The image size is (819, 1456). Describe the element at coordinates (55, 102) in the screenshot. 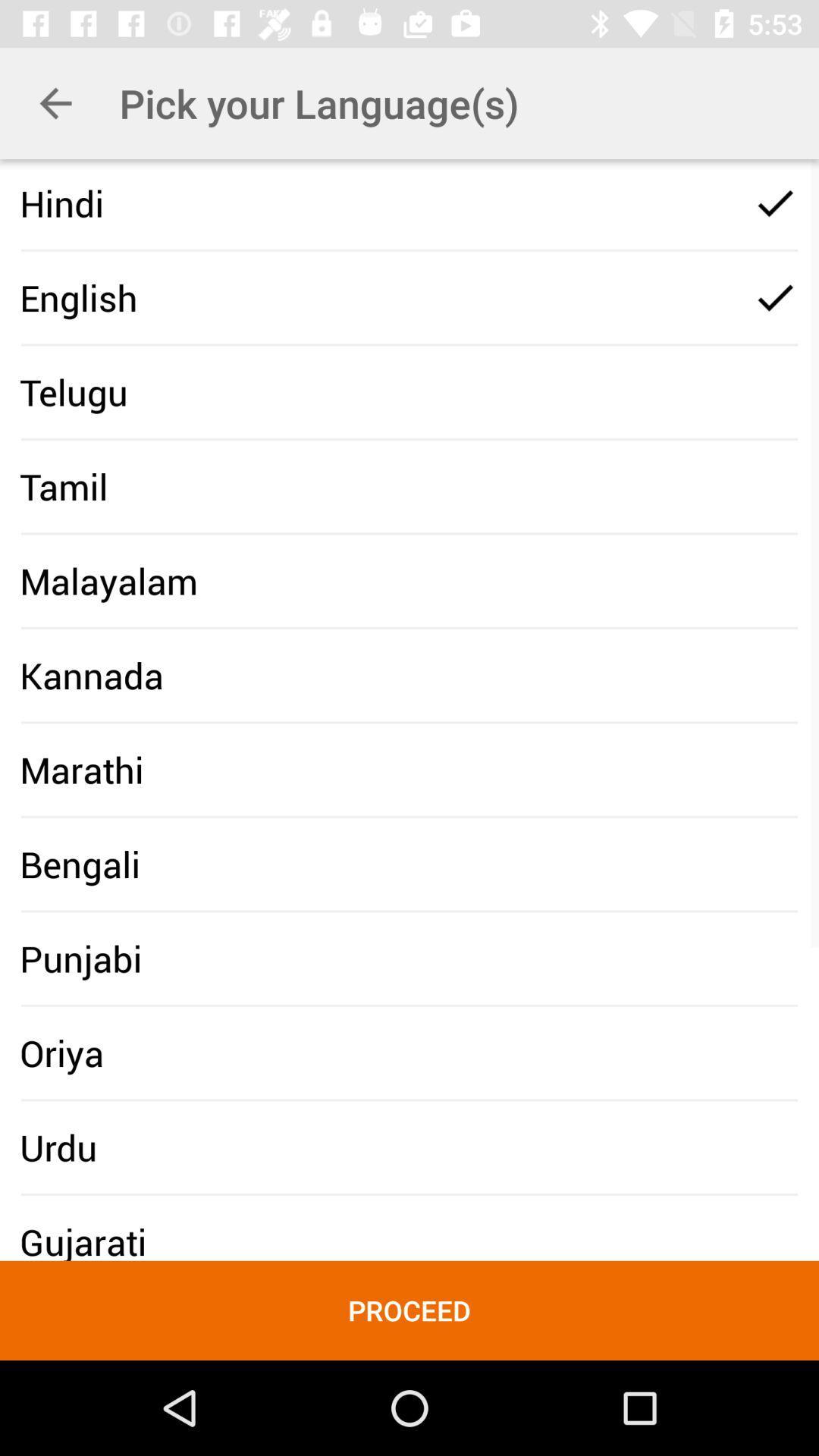

I see `the item to the left of pick your language` at that location.